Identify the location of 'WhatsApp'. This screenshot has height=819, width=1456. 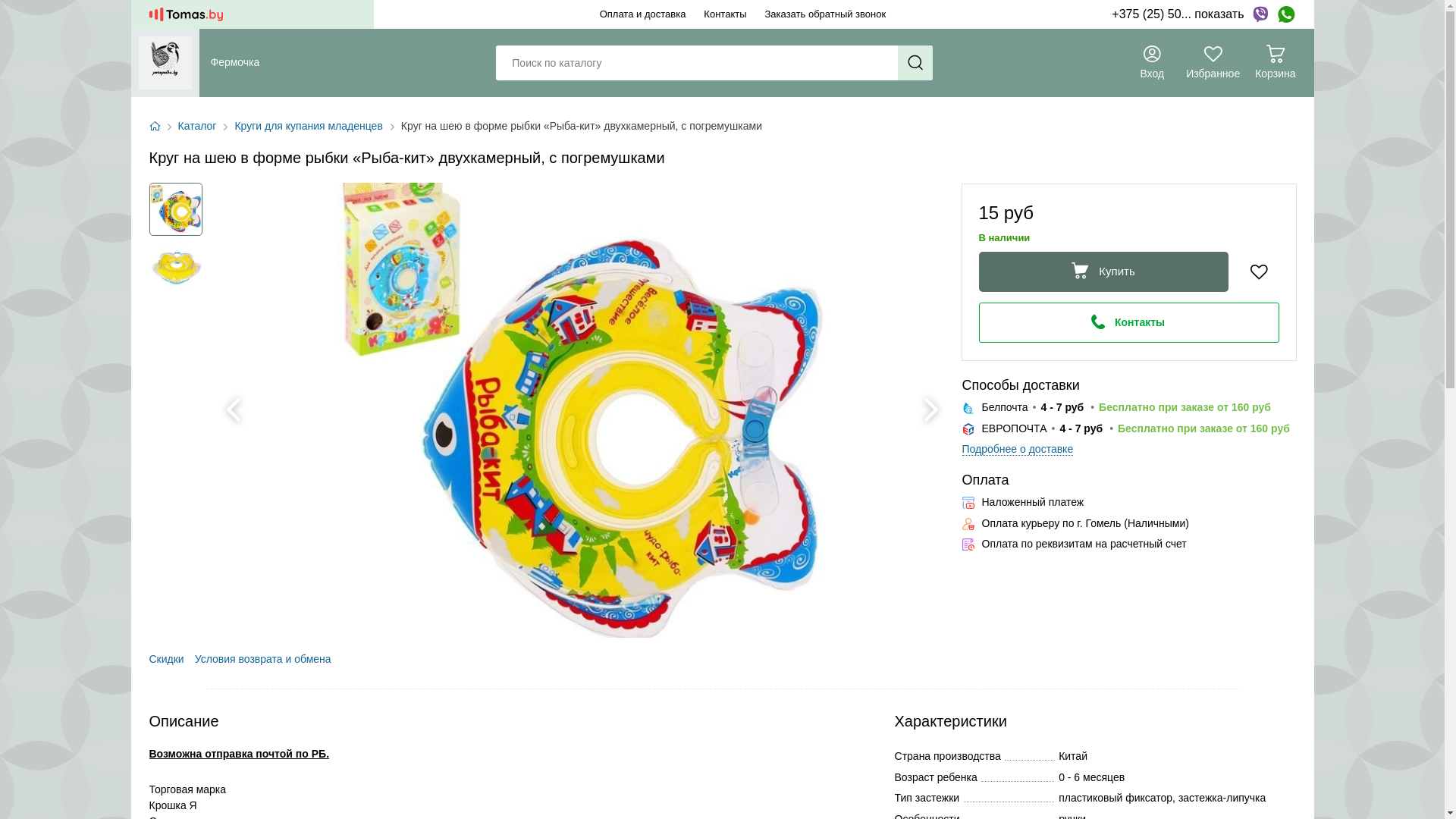
(1285, 14).